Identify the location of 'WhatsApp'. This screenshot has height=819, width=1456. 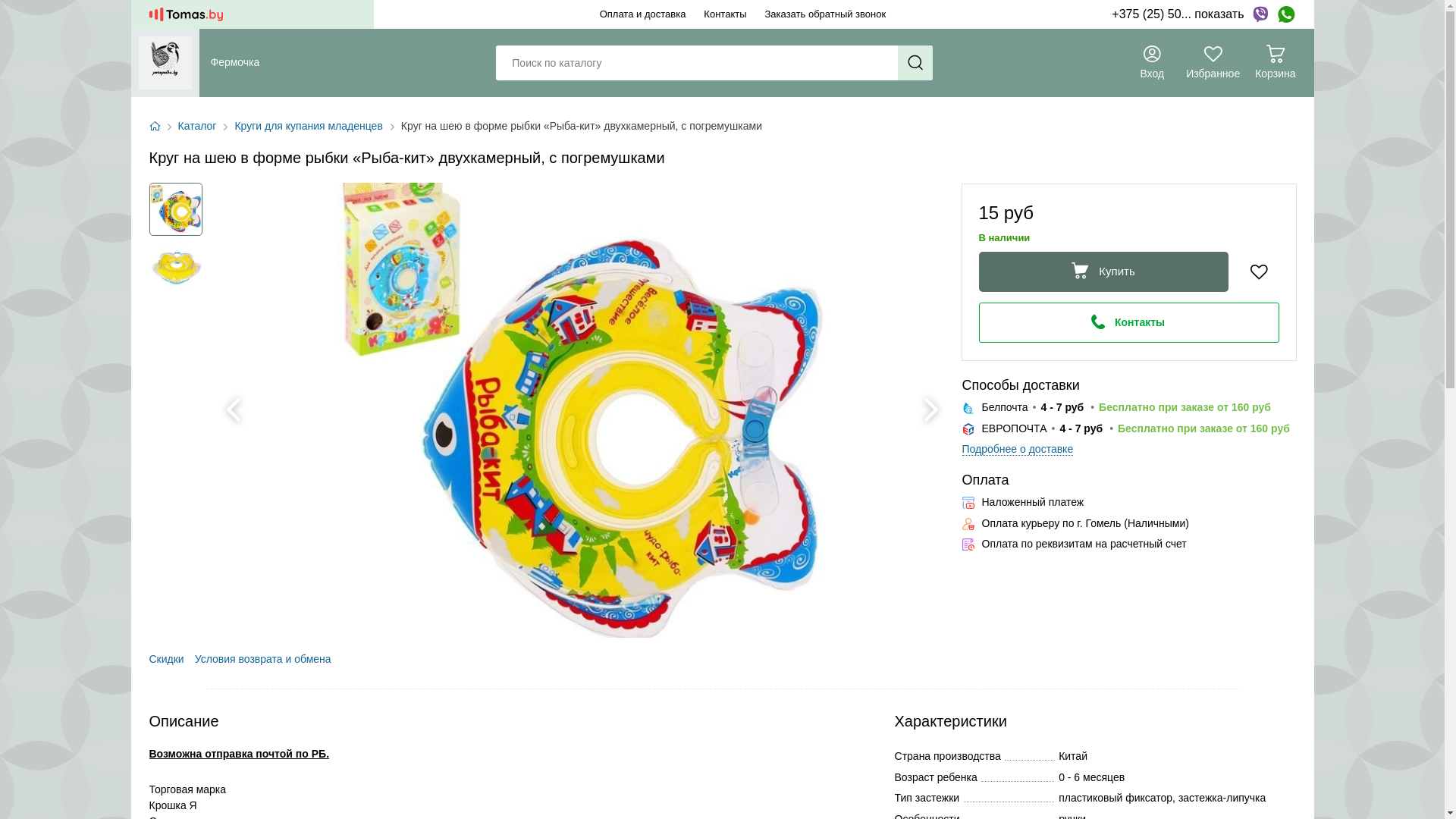
(1285, 14).